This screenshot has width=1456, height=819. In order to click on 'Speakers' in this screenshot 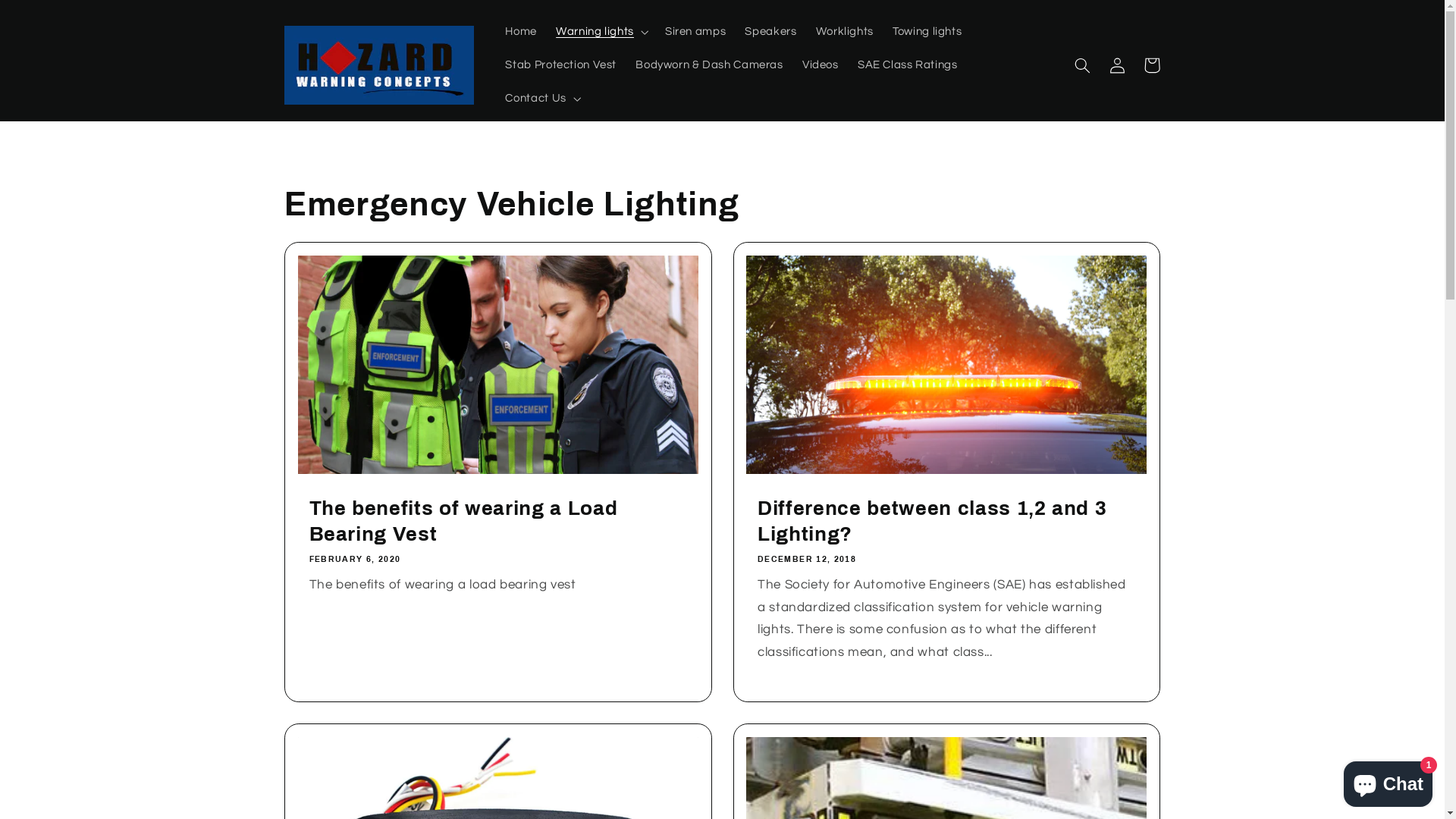, I will do `click(770, 32)`.